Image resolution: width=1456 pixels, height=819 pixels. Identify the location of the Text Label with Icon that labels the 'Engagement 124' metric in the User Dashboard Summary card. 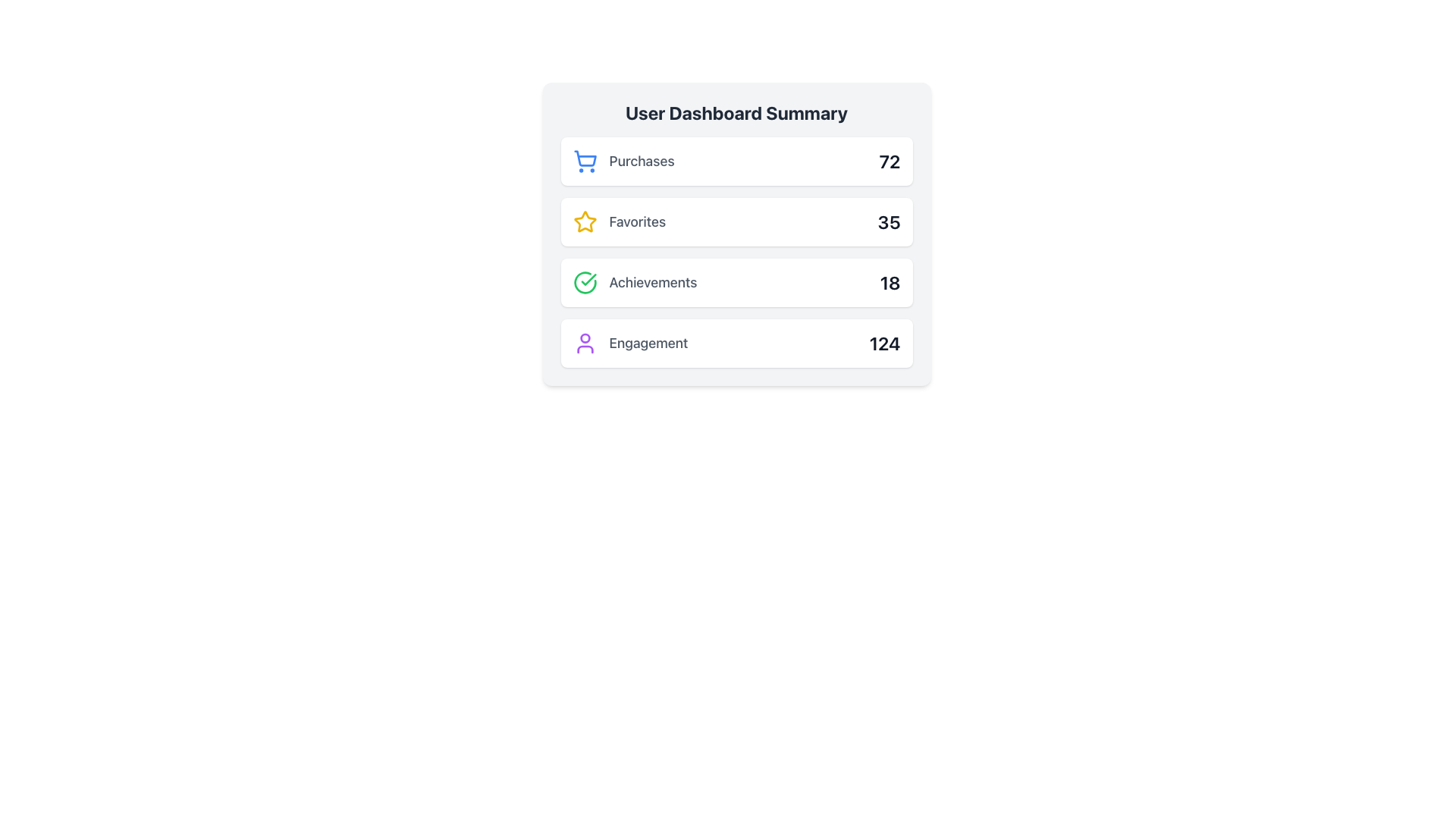
(630, 343).